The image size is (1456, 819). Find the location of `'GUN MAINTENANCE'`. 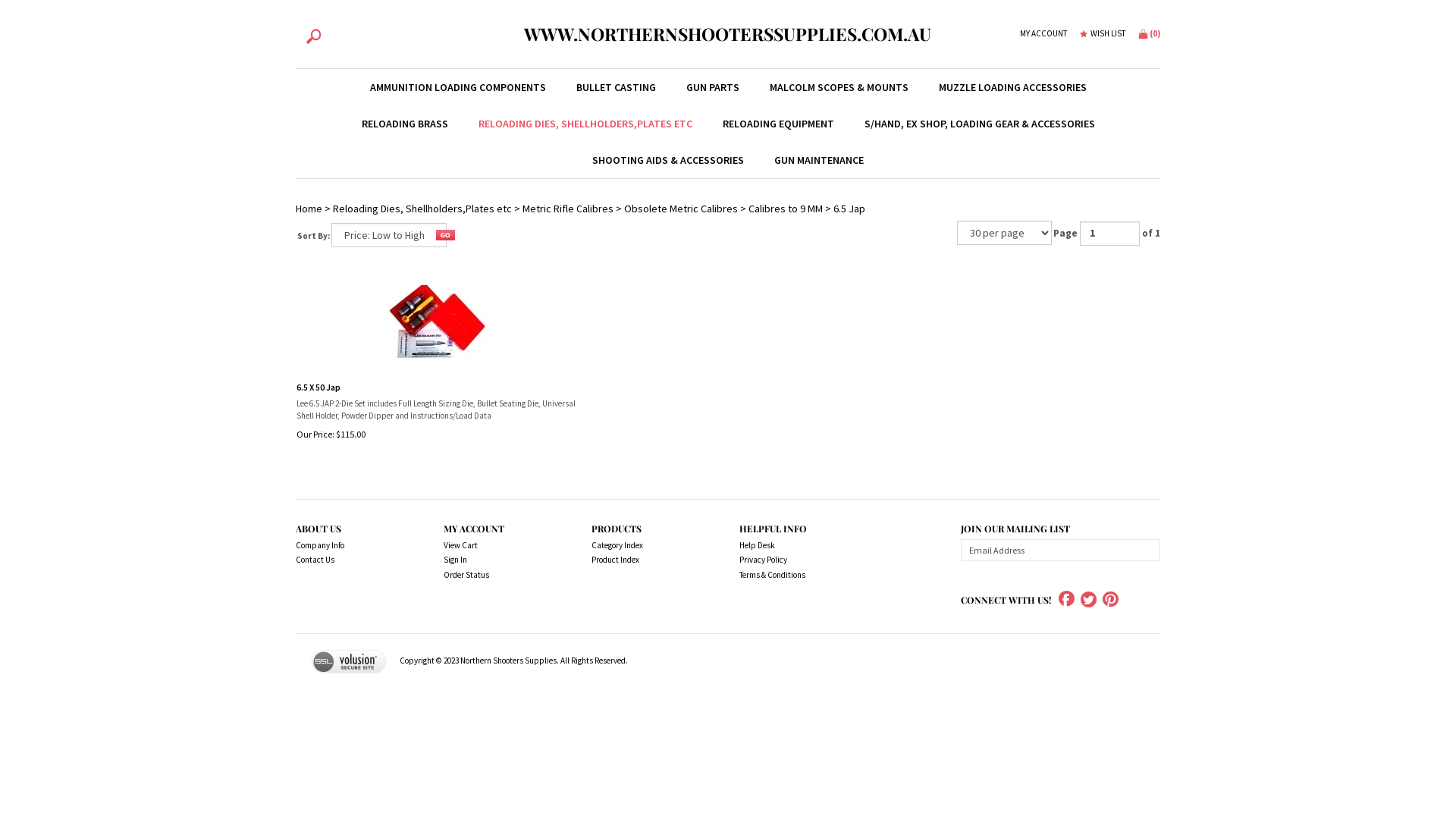

'GUN MAINTENANCE' is located at coordinates (818, 160).